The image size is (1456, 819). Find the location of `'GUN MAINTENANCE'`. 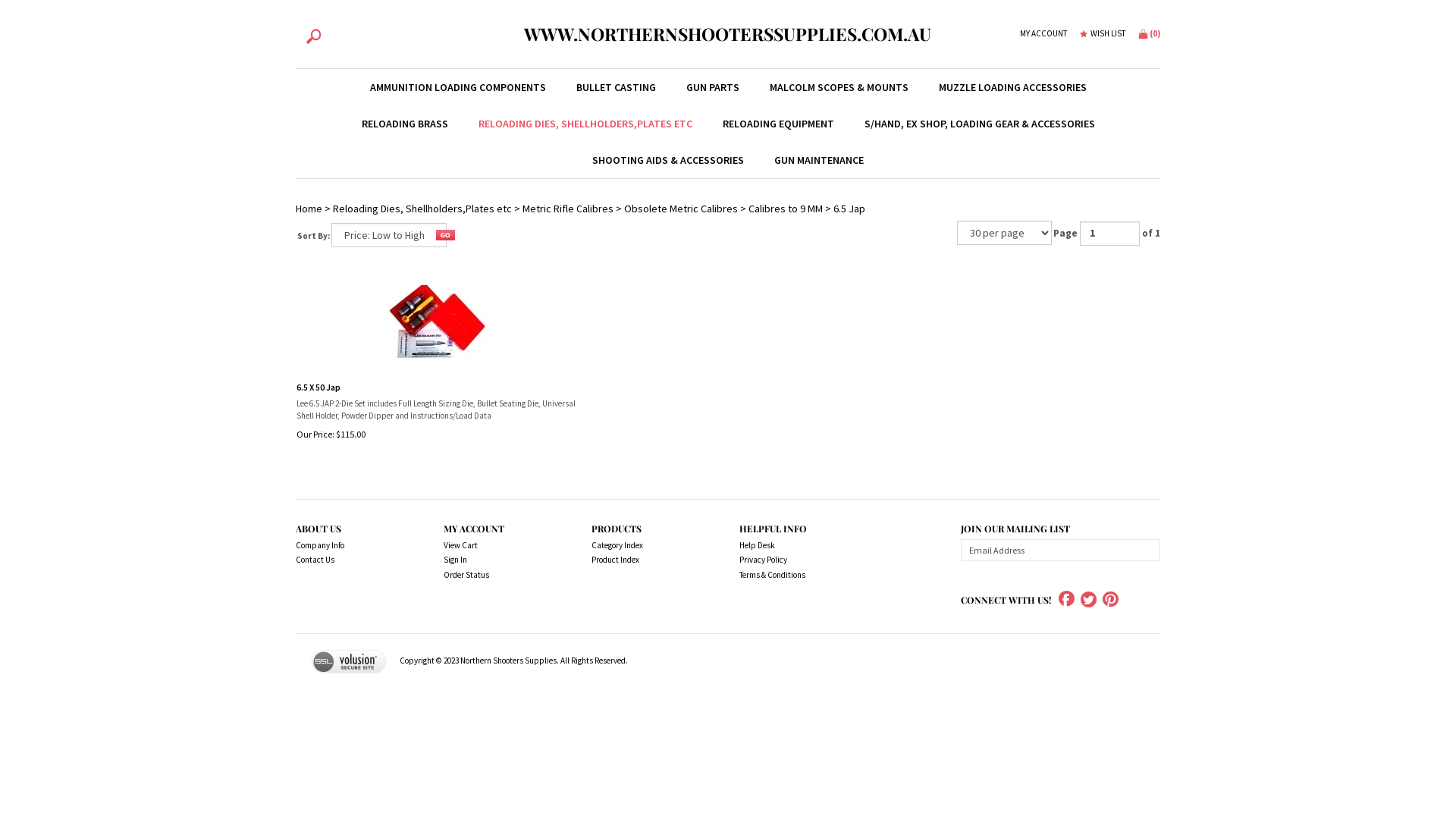

'GUN MAINTENANCE' is located at coordinates (818, 160).